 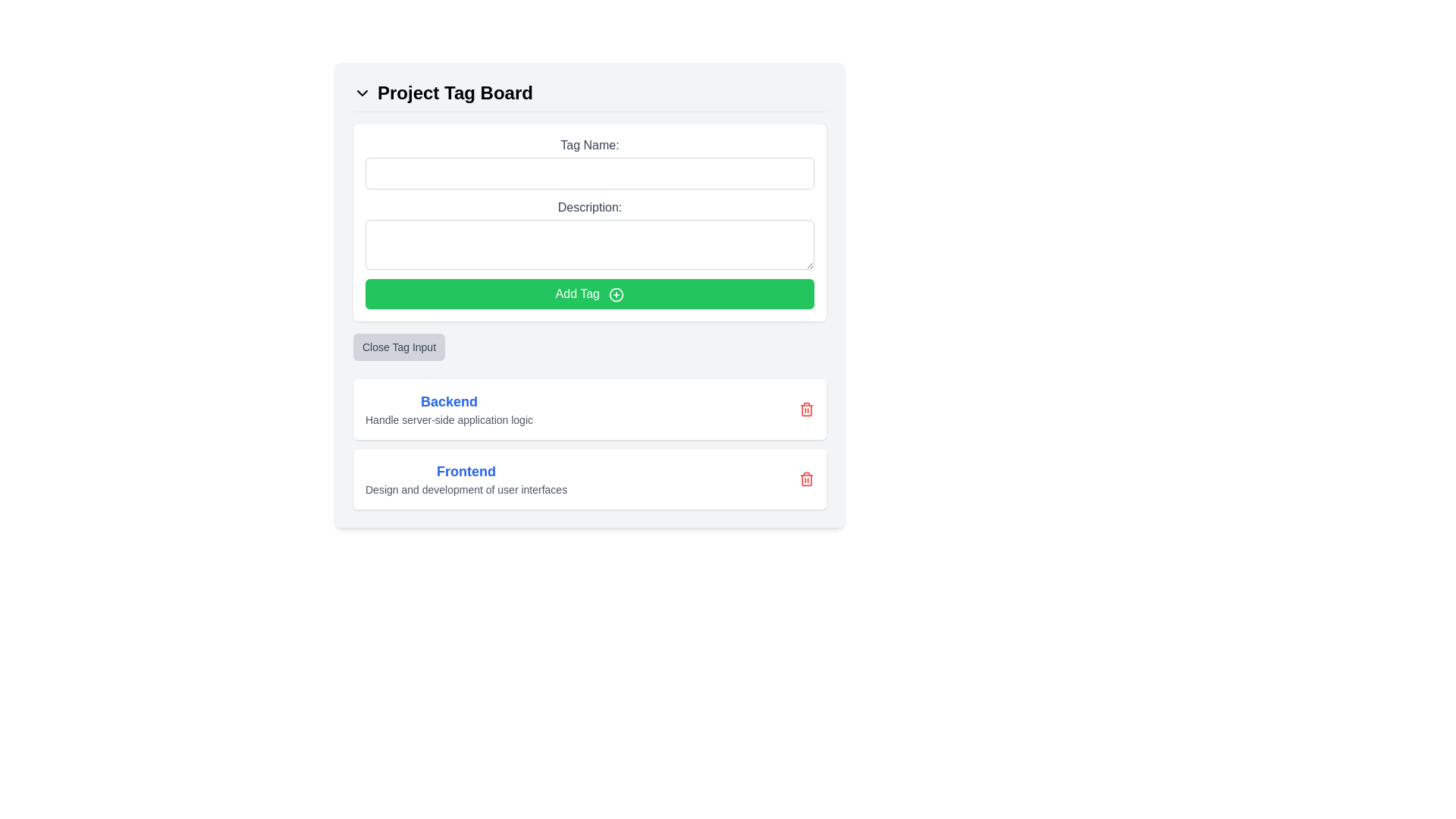 I want to click on the text label displaying 'Design and development of user interfaces', which is located beneath the 'Frontend' title in a smaller gray font, so click(x=466, y=489).